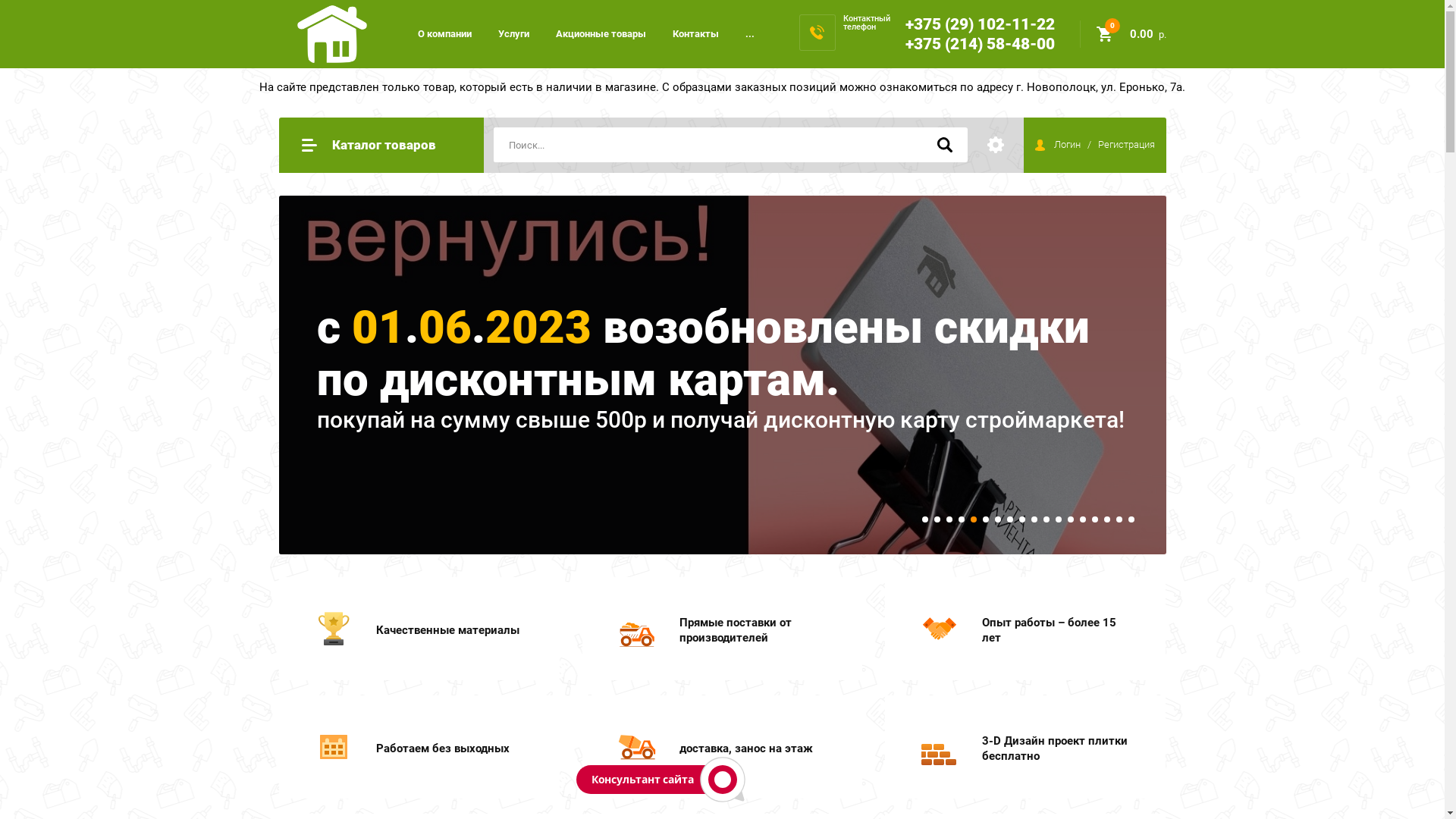 The width and height of the screenshot is (1456, 819). Describe the element at coordinates (924, 519) in the screenshot. I see `'1'` at that location.